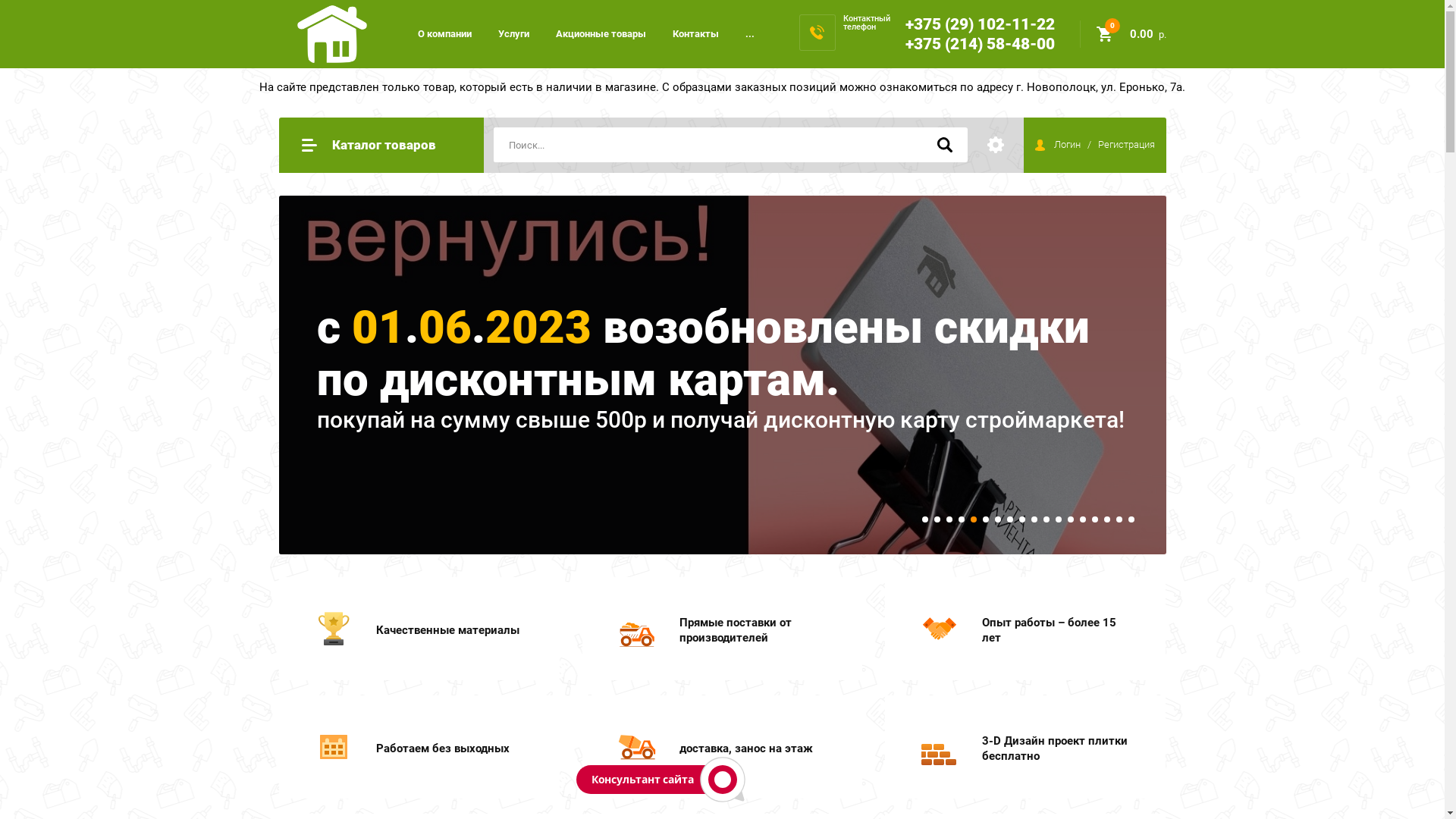 The width and height of the screenshot is (1456, 819). Describe the element at coordinates (924, 519) in the screenshot. I see `'1'` at that location.